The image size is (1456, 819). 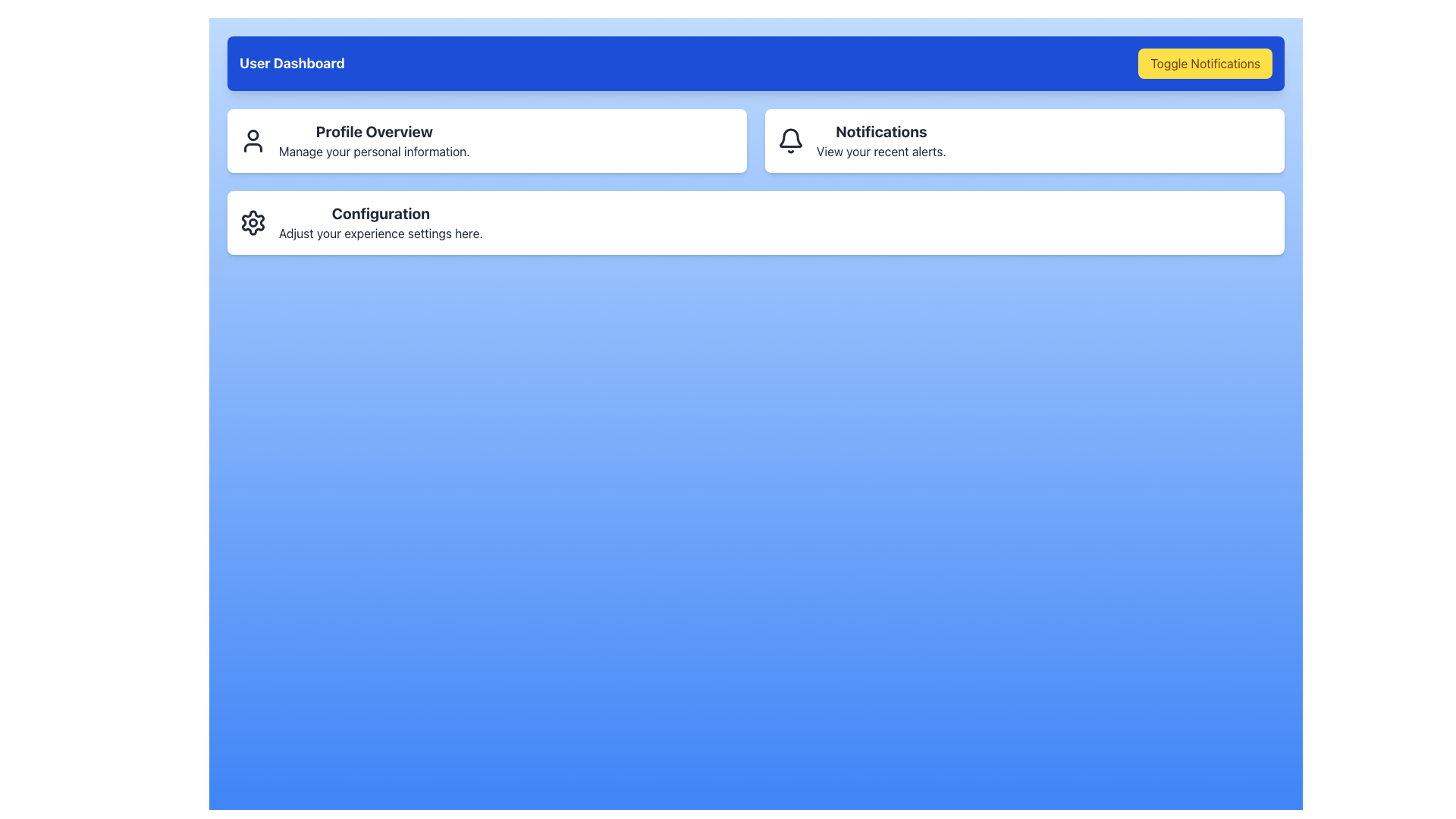 I want to click on the 'Profile Overview' text element, which is a bold, large title aligned to the left and positioned just beneath the 'User Dashboard' header, so click(x=374, y=130).